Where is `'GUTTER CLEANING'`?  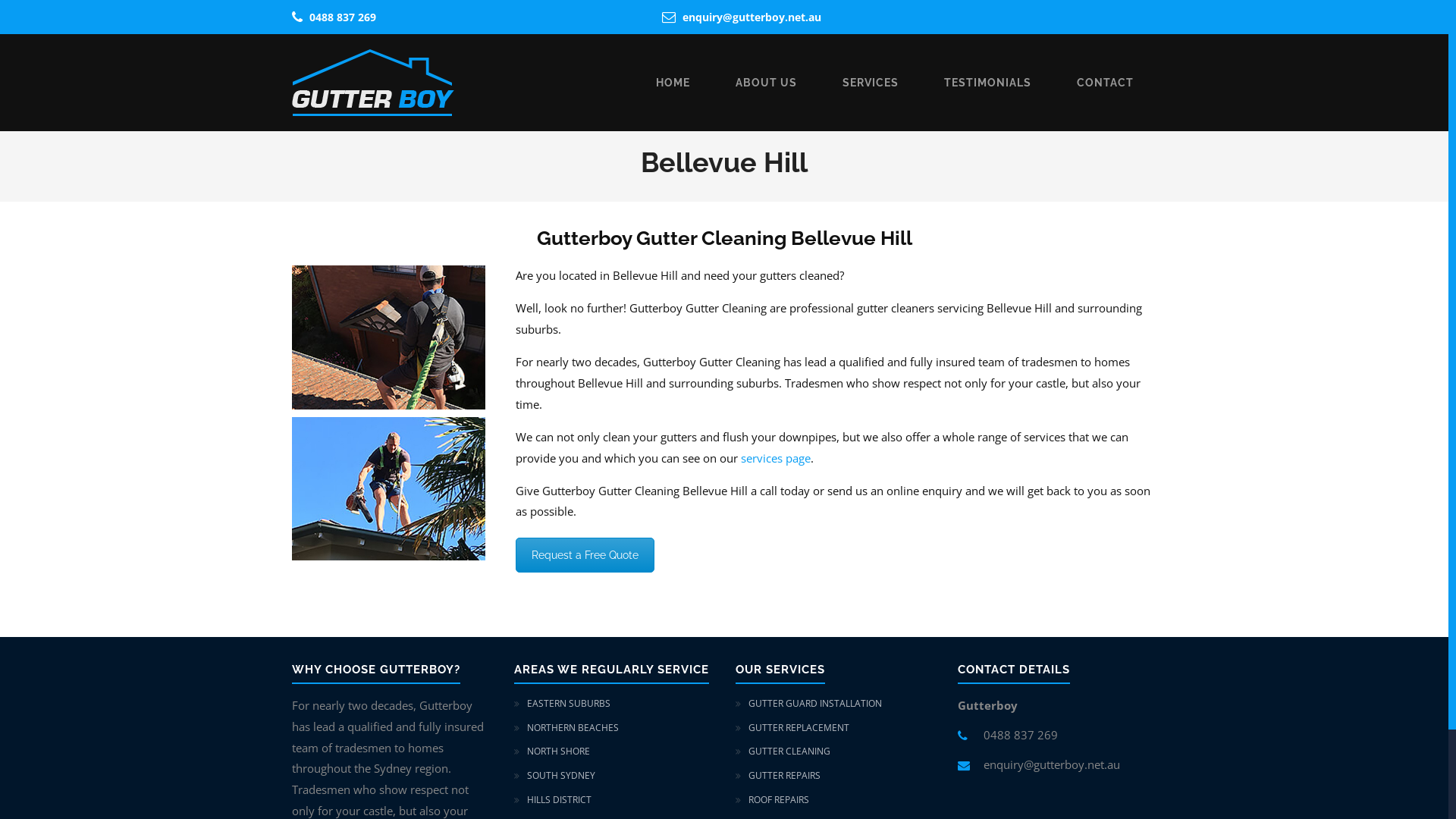
'GUTTER CLEANING' is located at coordinates (789, 751).